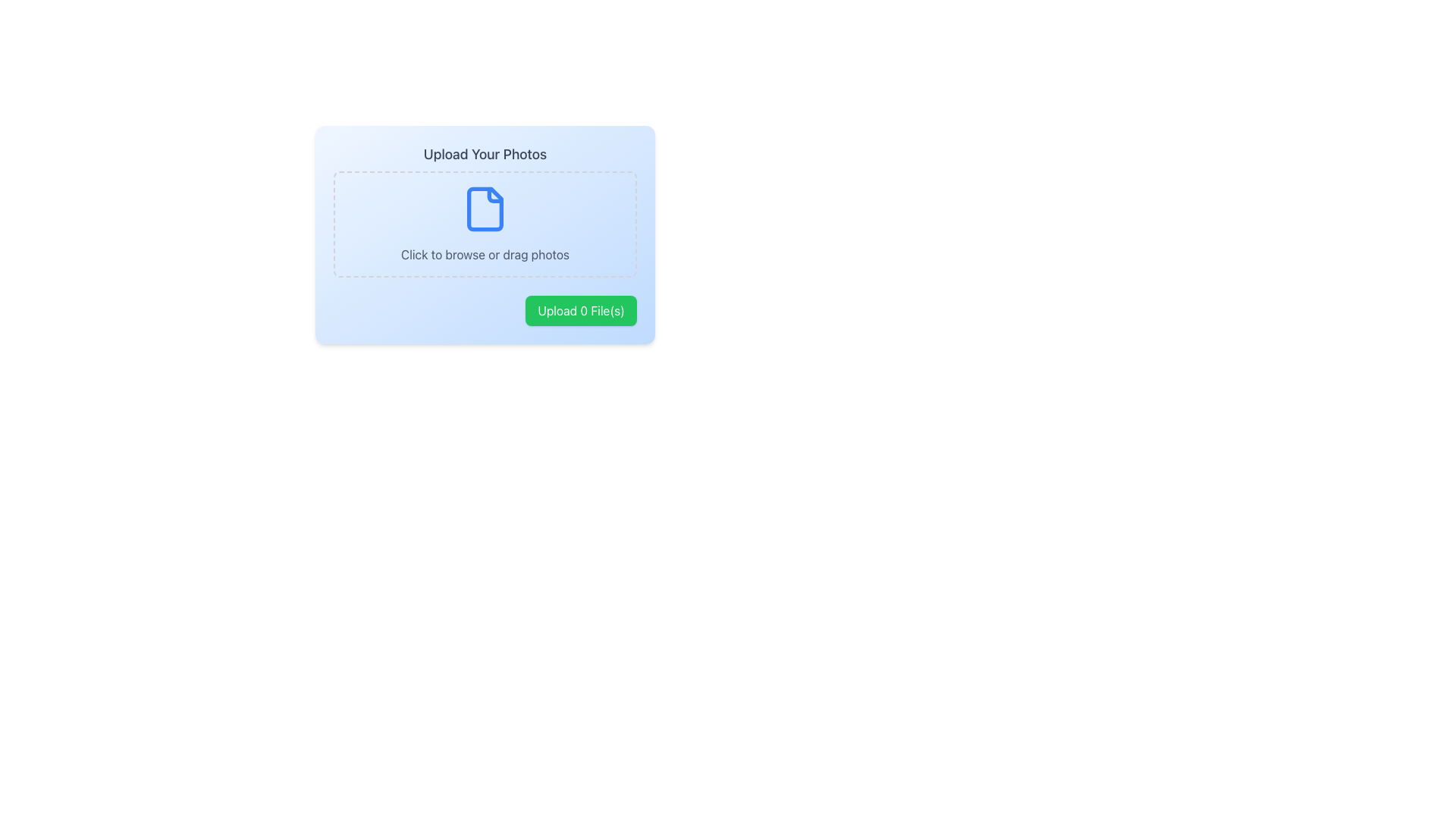 This screenshot has height=819, width=1456. I want to click on the text label displaying 'Upload Your Photos,' which is styled in medium bold gray font and serves as the heading for the uploader card, so click(484, 155).